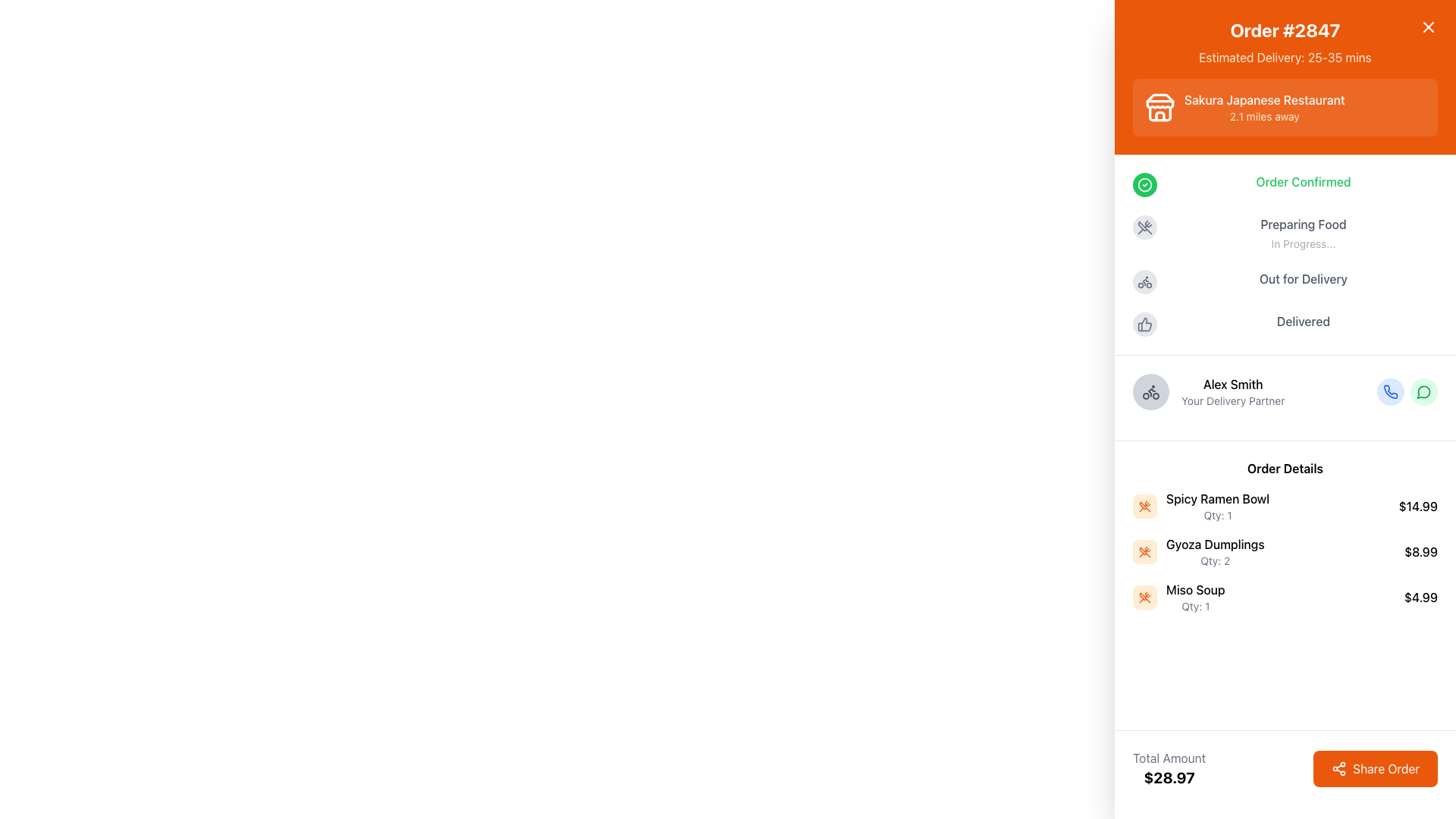 The width and height of the screenshot is (1456, 819). What do you see at coordinates (1417, 506) in the screenshot?
I see `the static text label displaying the price of 'Spicy Ramen Bowl' in the 'Order Details' section, which is aligned with other prices` at bounding box center [1417, 506].